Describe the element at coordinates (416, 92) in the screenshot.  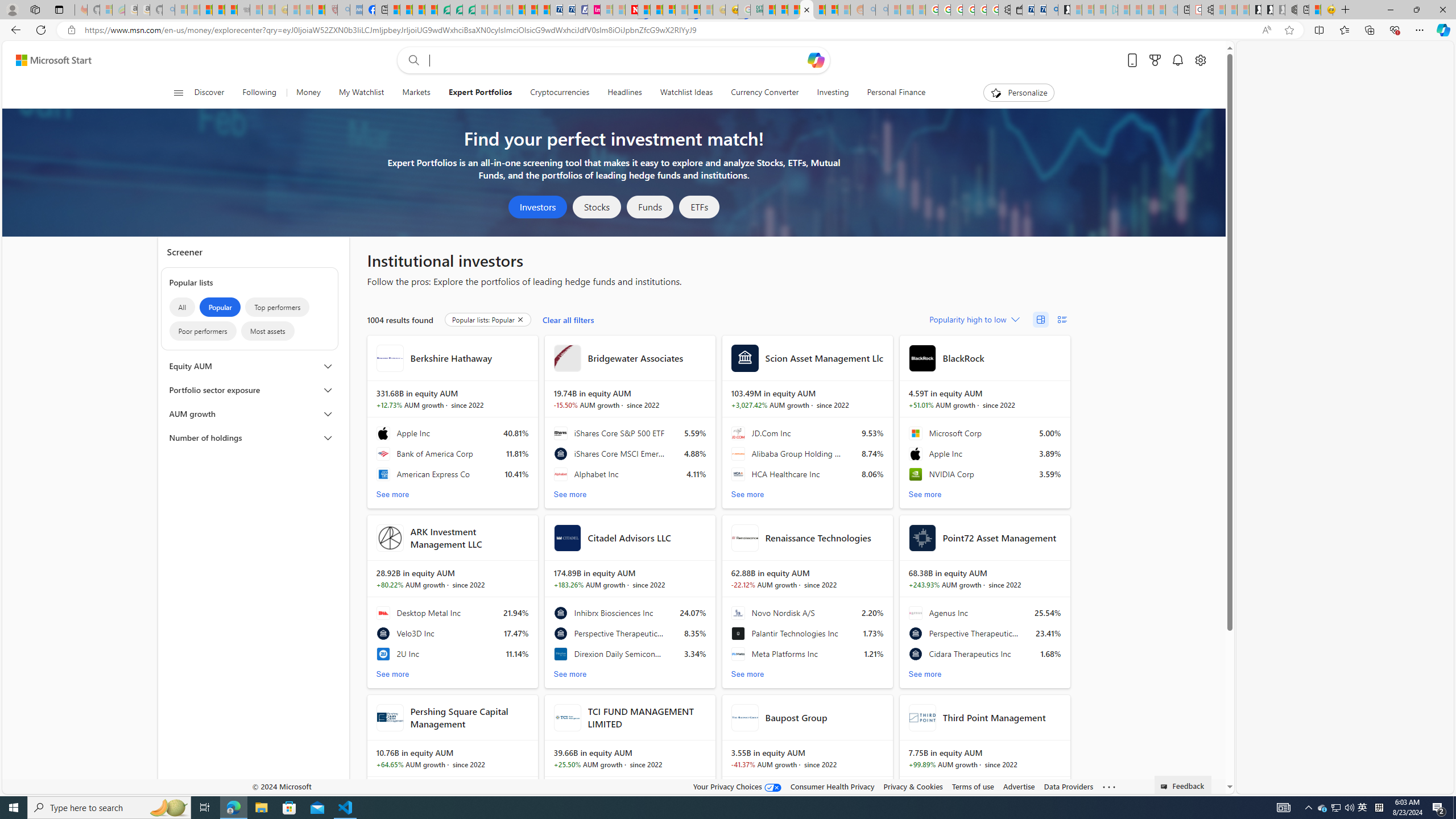
I see `'Markets'` at that location.